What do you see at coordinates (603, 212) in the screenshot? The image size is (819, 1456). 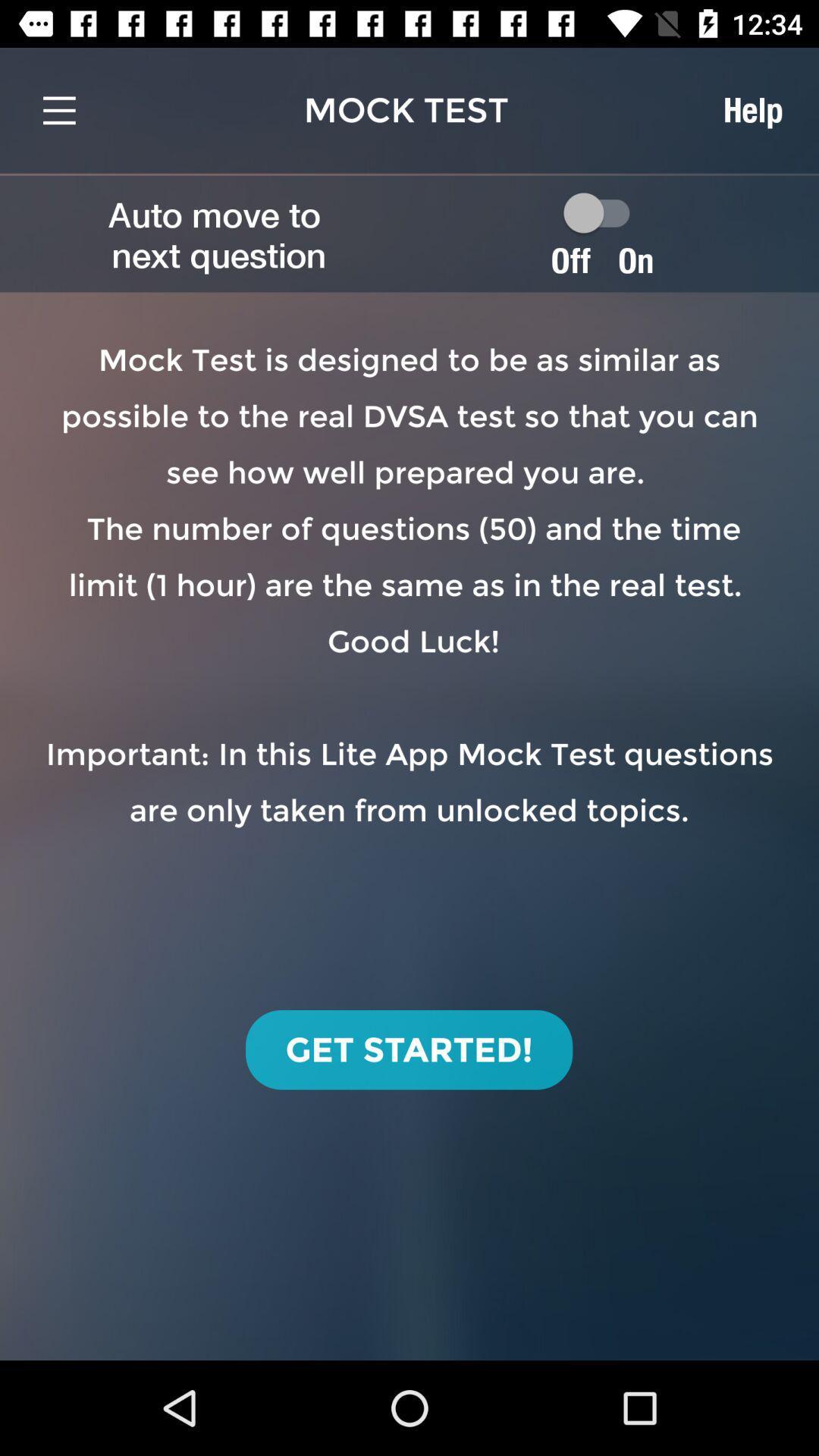 I see `on-off` at bounding box center [603, 212].